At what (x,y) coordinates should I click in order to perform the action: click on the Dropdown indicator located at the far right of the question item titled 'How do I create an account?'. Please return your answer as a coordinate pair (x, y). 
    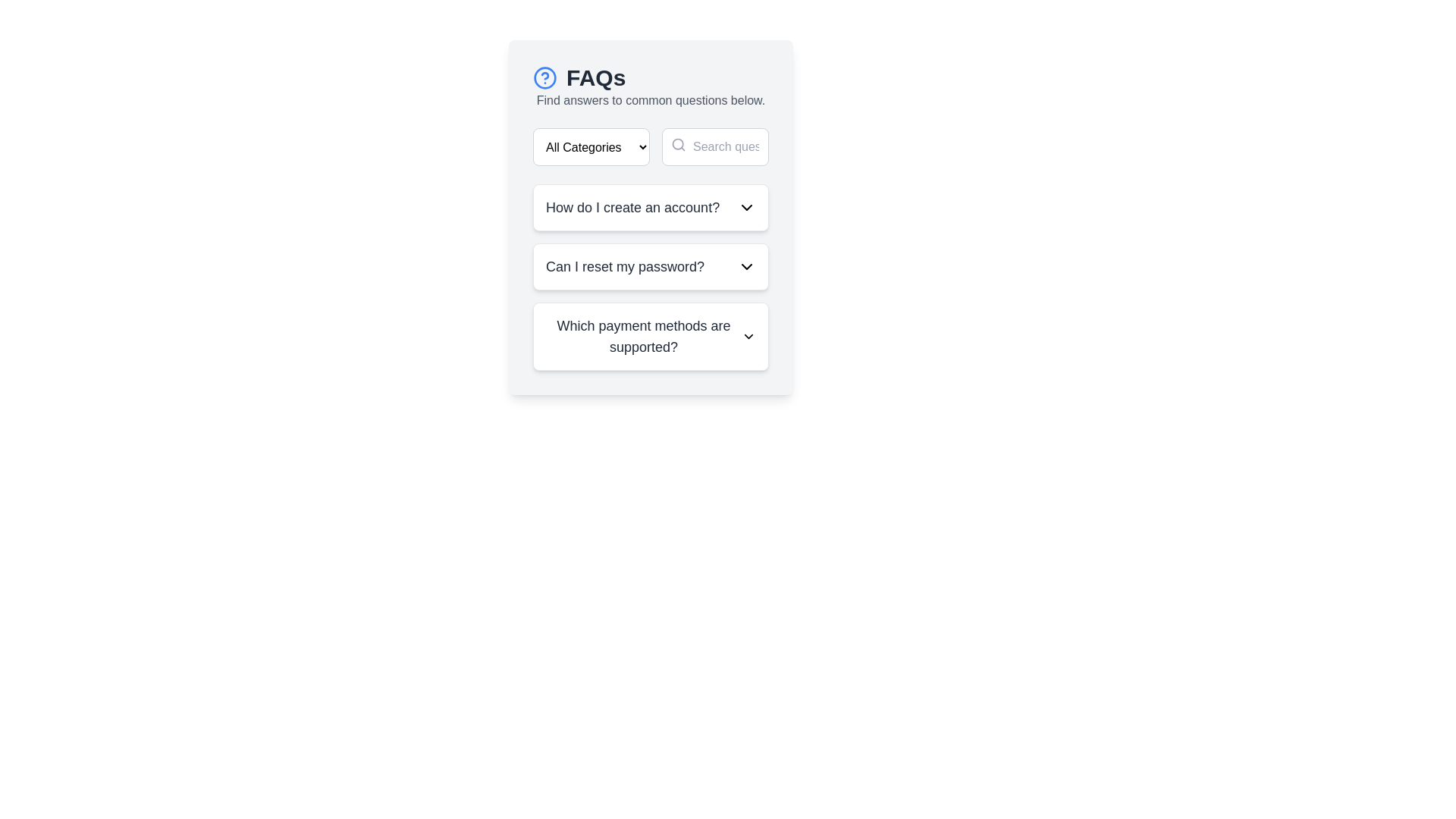
    Looking at the image, I should click on (746, 207).